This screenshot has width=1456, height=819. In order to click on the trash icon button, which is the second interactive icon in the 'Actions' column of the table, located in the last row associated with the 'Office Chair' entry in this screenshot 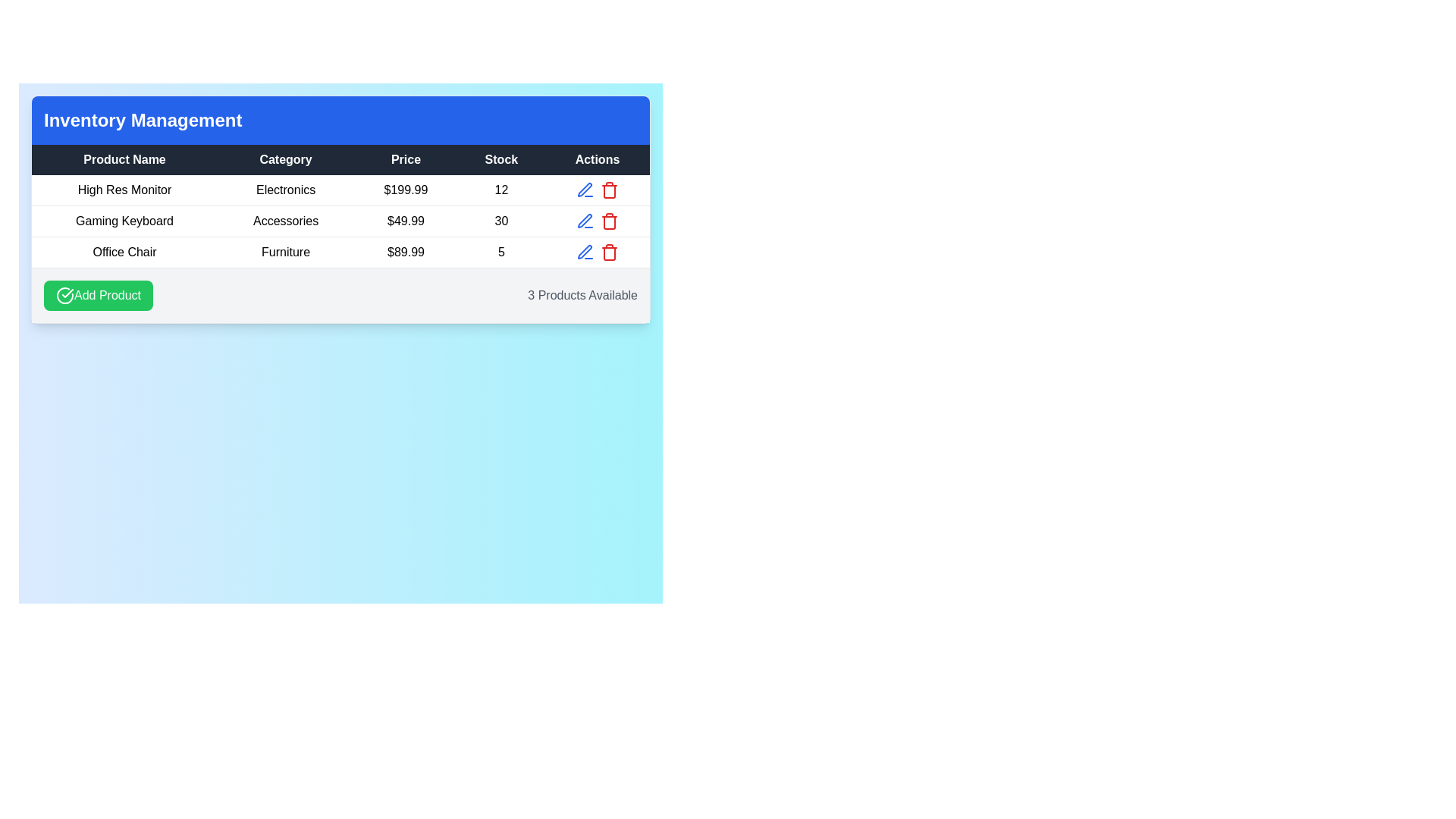, I will do `click(609, 251)`.